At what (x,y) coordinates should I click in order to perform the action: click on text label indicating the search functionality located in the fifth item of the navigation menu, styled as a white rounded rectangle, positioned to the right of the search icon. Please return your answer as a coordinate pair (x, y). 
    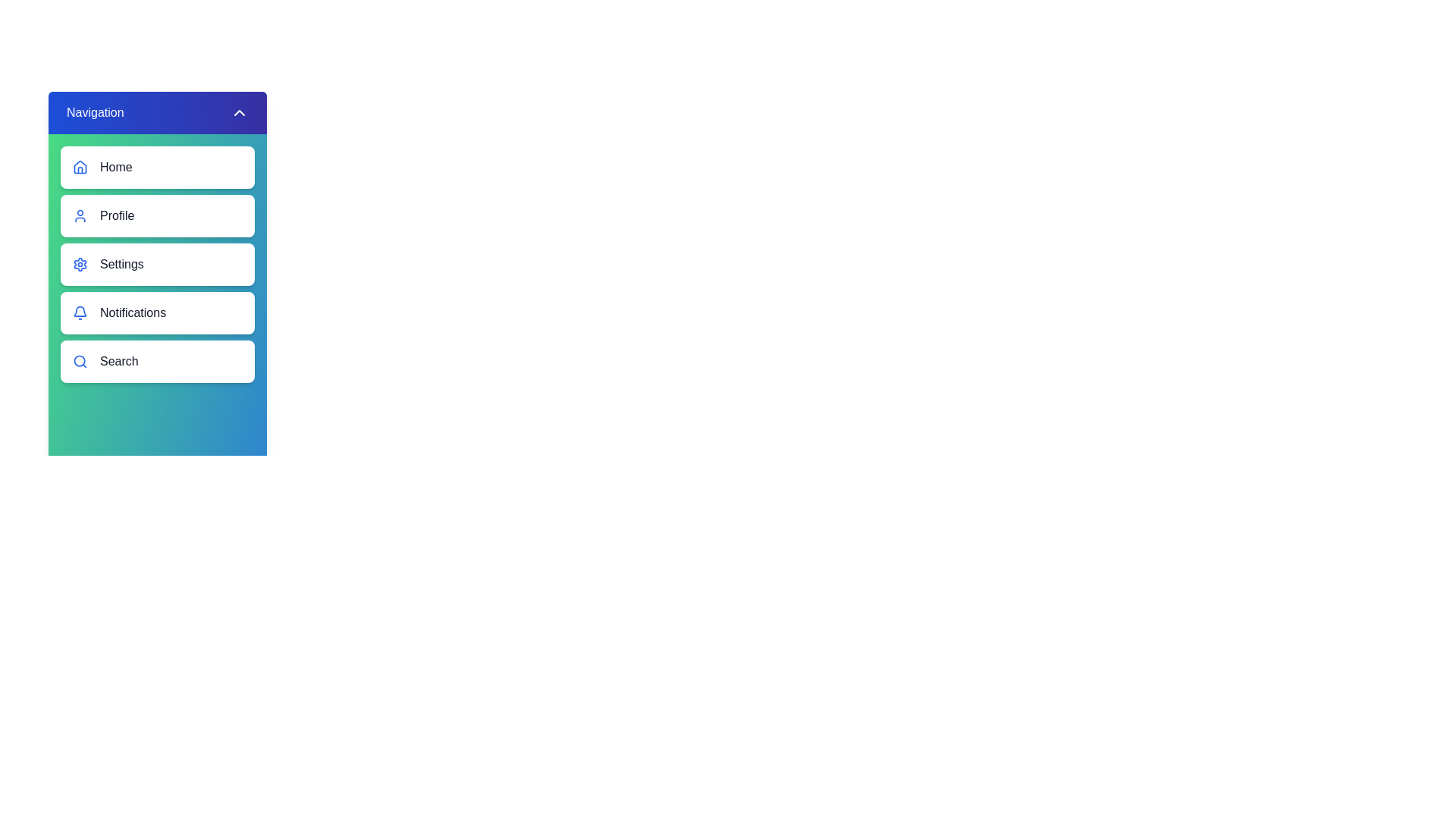
    Looking at the image, I should click on (118, 362).